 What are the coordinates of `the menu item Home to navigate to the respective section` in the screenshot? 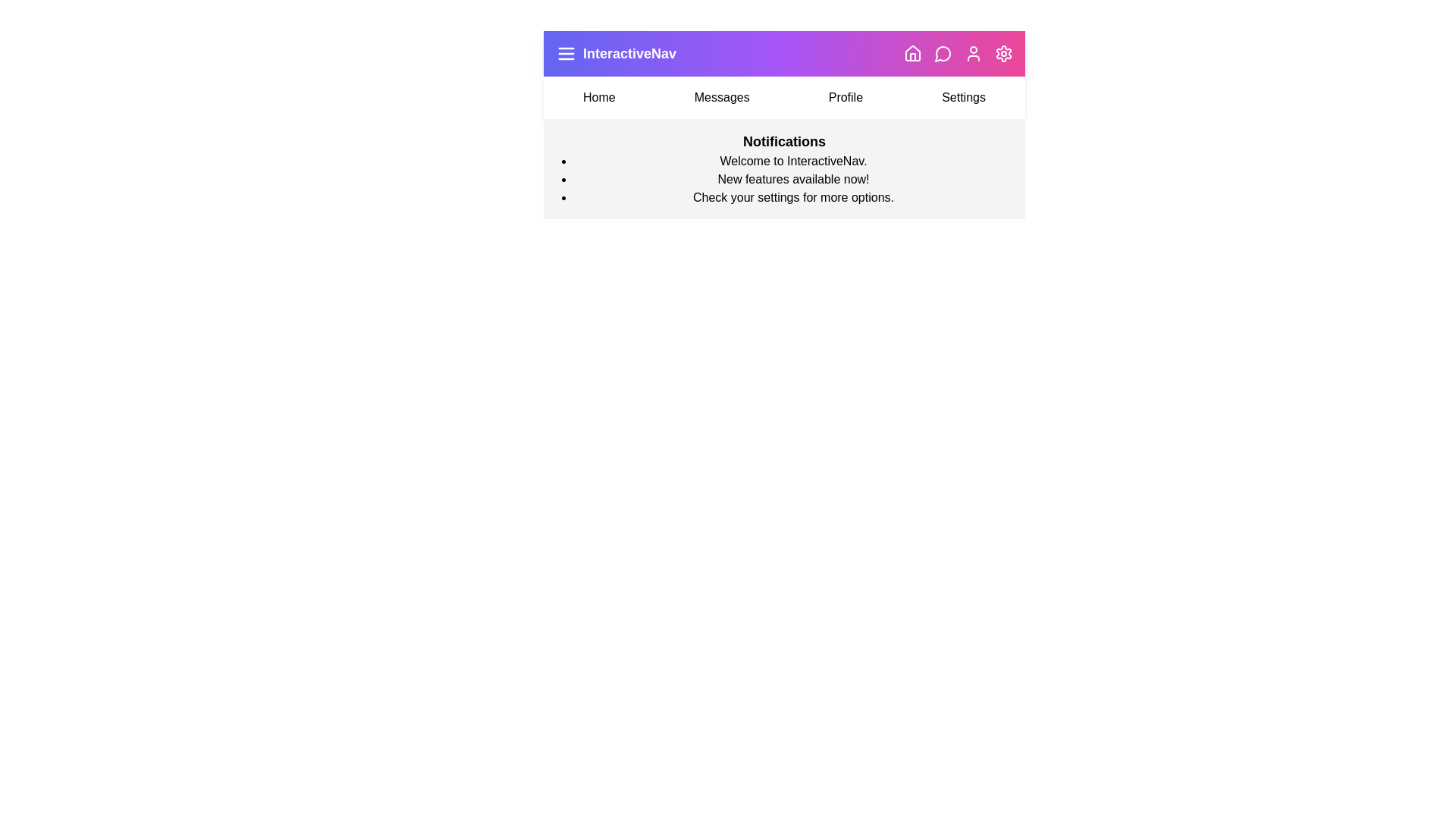 It's located at (598, 97).